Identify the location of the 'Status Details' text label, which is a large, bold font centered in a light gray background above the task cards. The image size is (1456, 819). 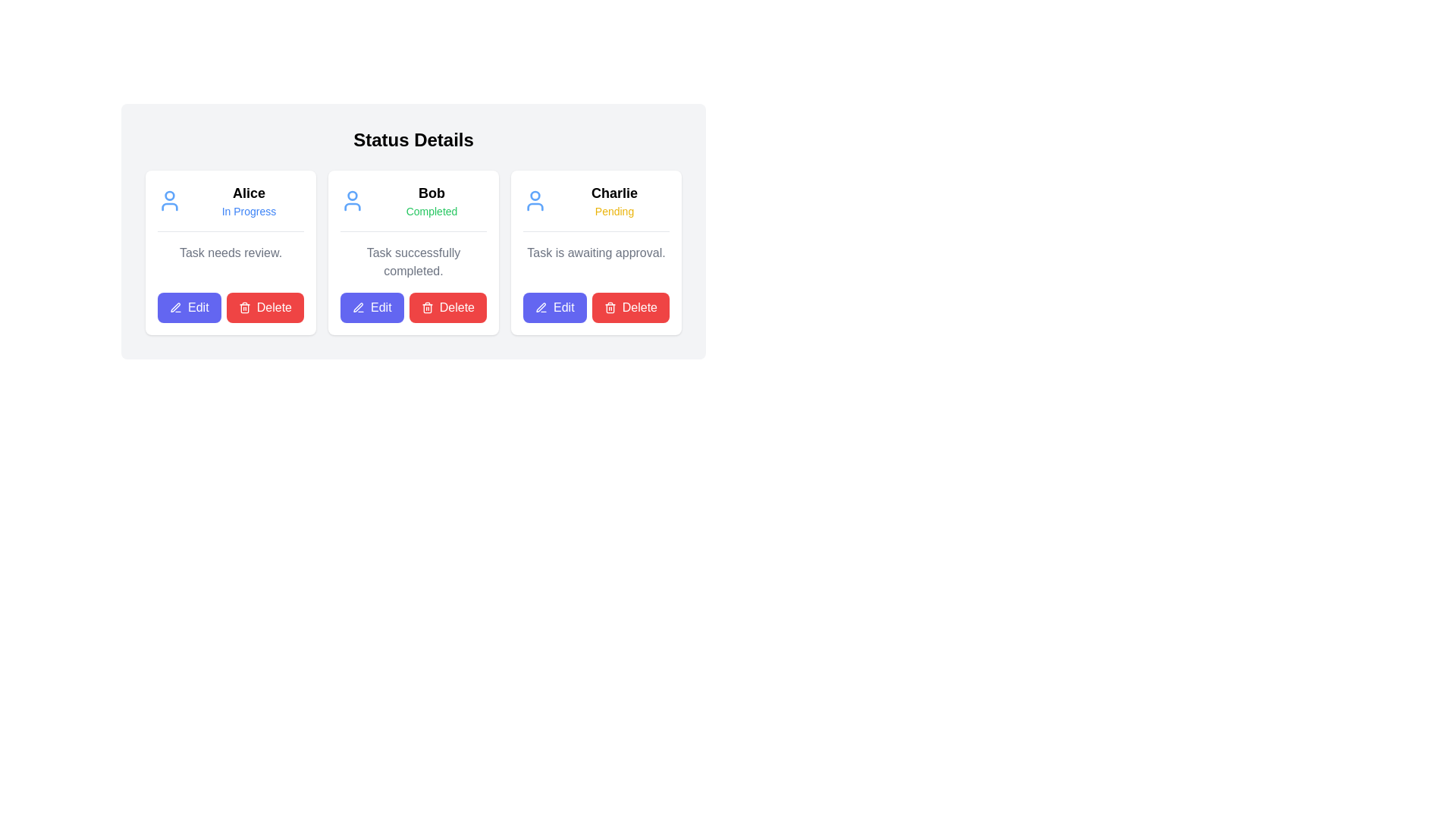
(413, 140).